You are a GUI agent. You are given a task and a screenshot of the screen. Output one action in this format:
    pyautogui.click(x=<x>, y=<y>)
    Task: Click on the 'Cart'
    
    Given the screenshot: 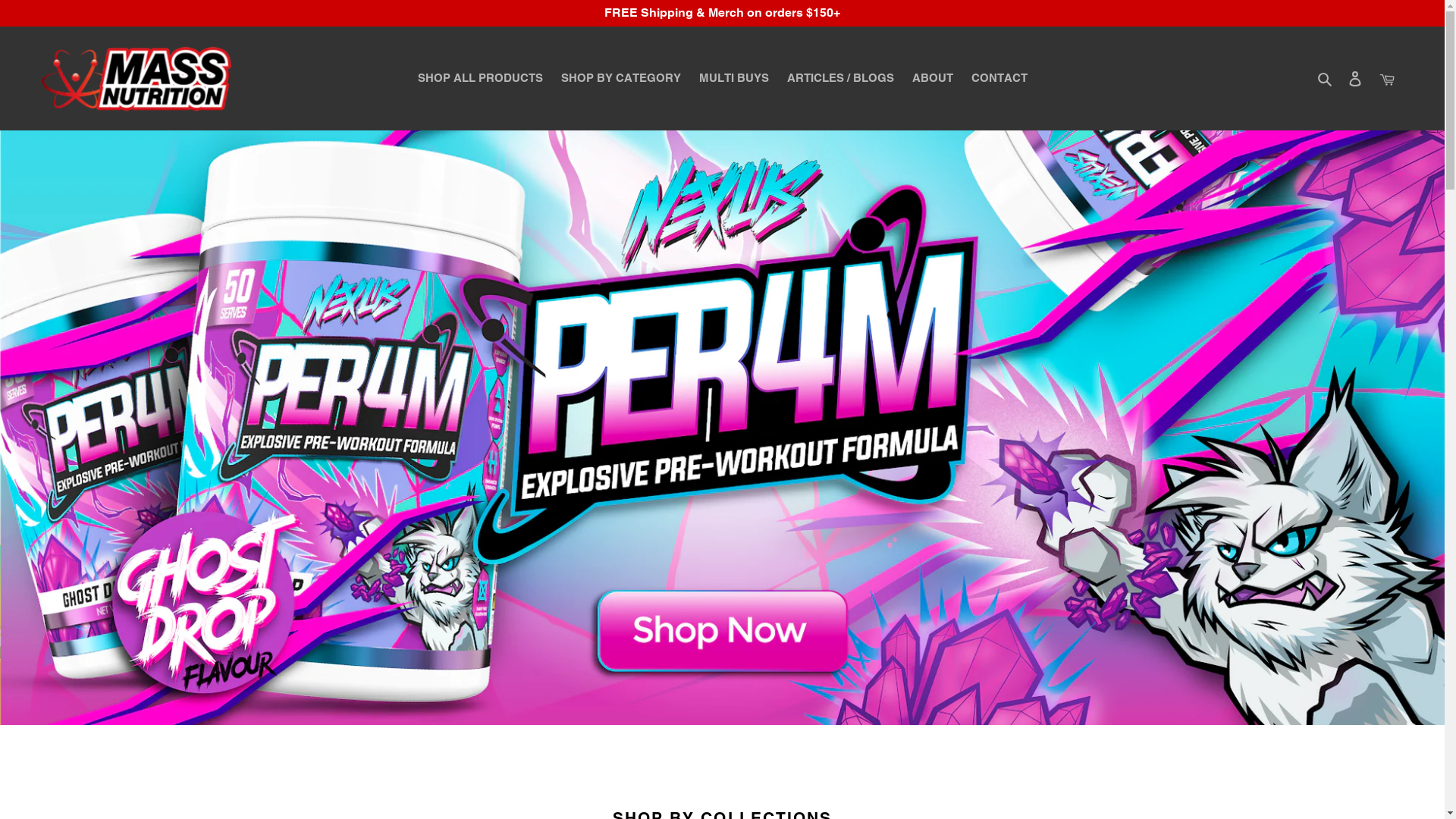 What is the action you would take?
    pyautogui.click(x=1386, y=78)
    